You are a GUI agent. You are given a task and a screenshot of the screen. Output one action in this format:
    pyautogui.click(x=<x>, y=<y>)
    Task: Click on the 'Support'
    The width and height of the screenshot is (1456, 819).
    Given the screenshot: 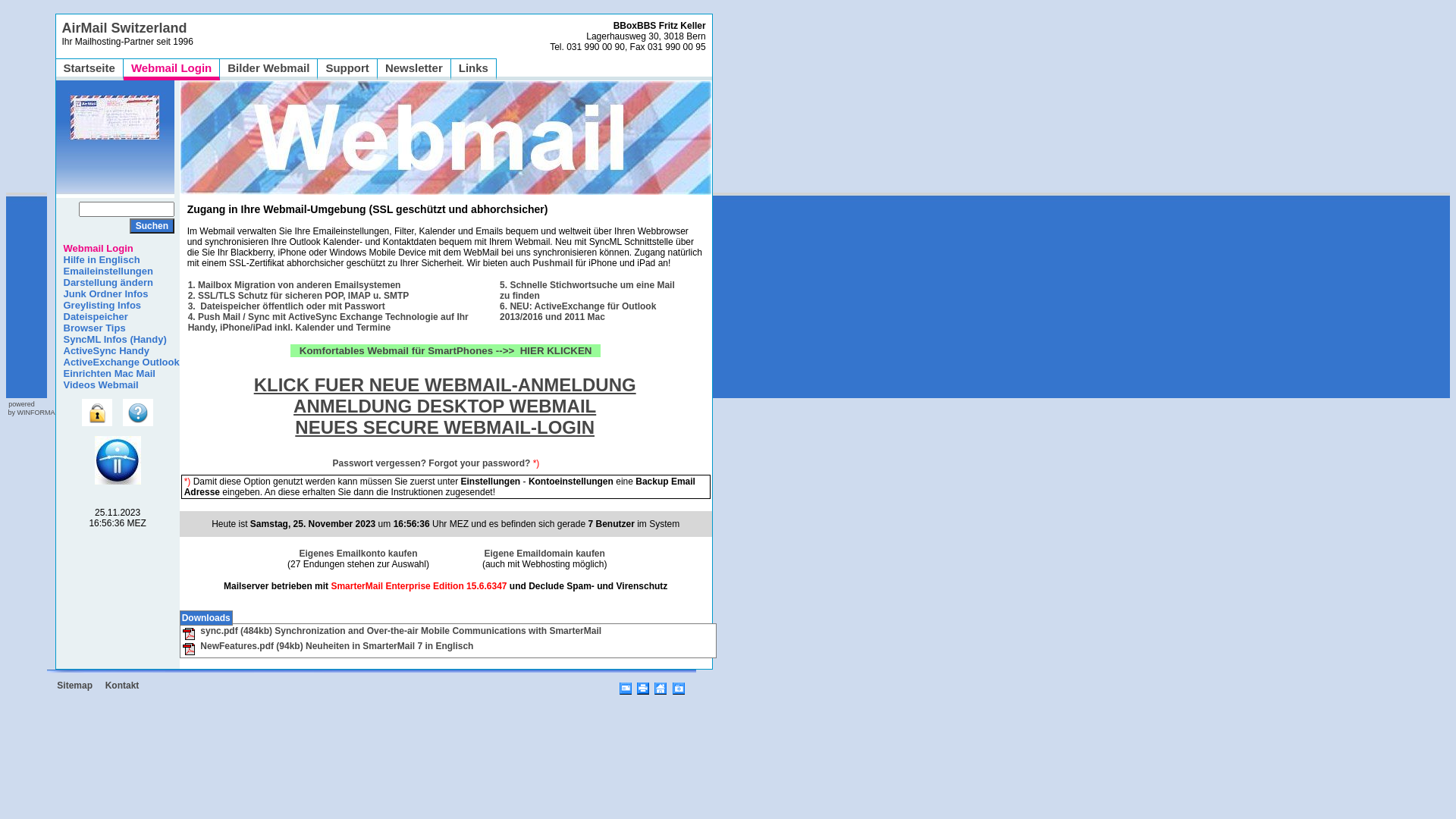 What is the action you would take?
    pyautogui.click(x=346, y=67)
    